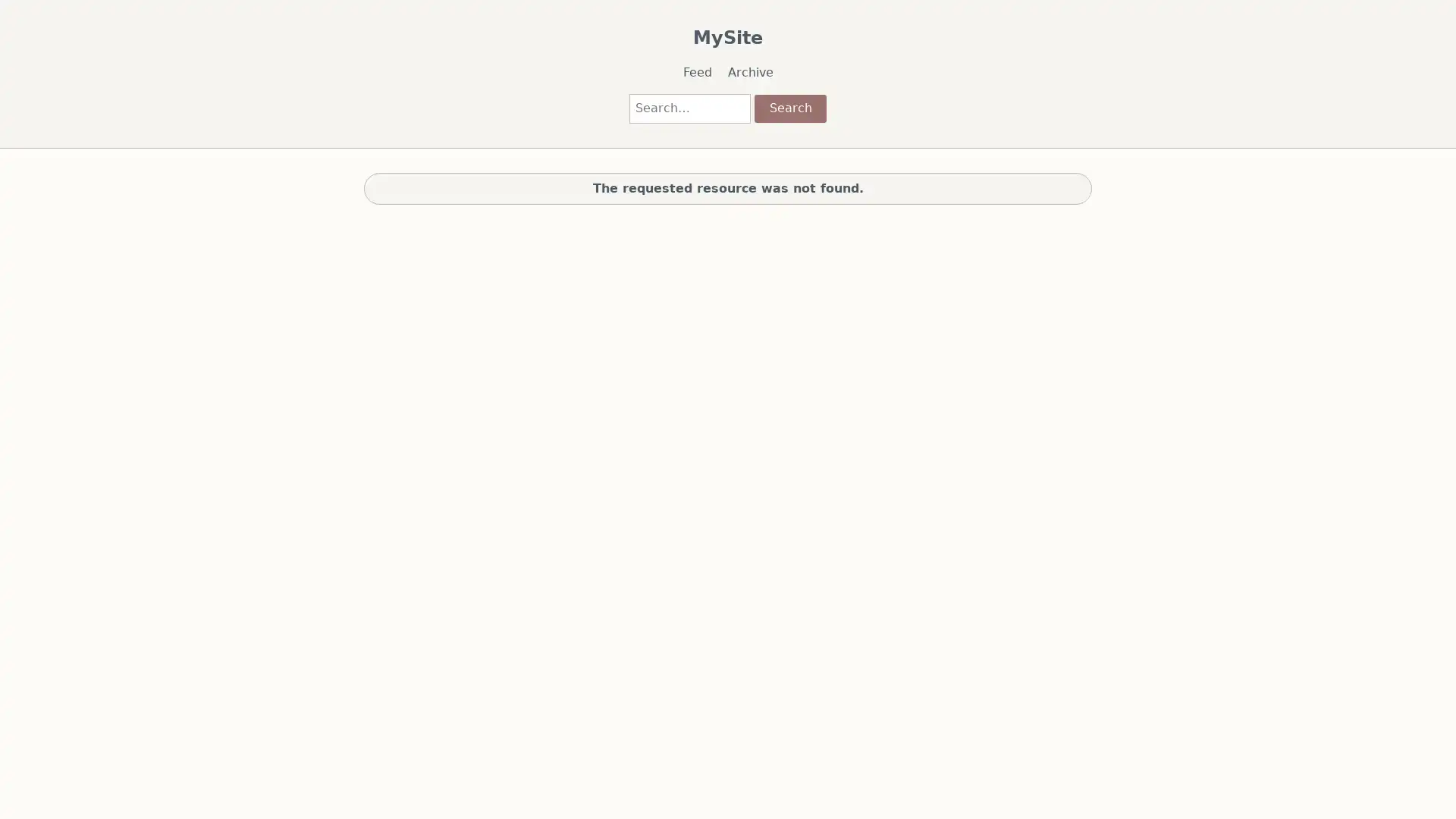  Describe the element at coordinates (789, 107) in the screenshot. I see `Search` at that location.